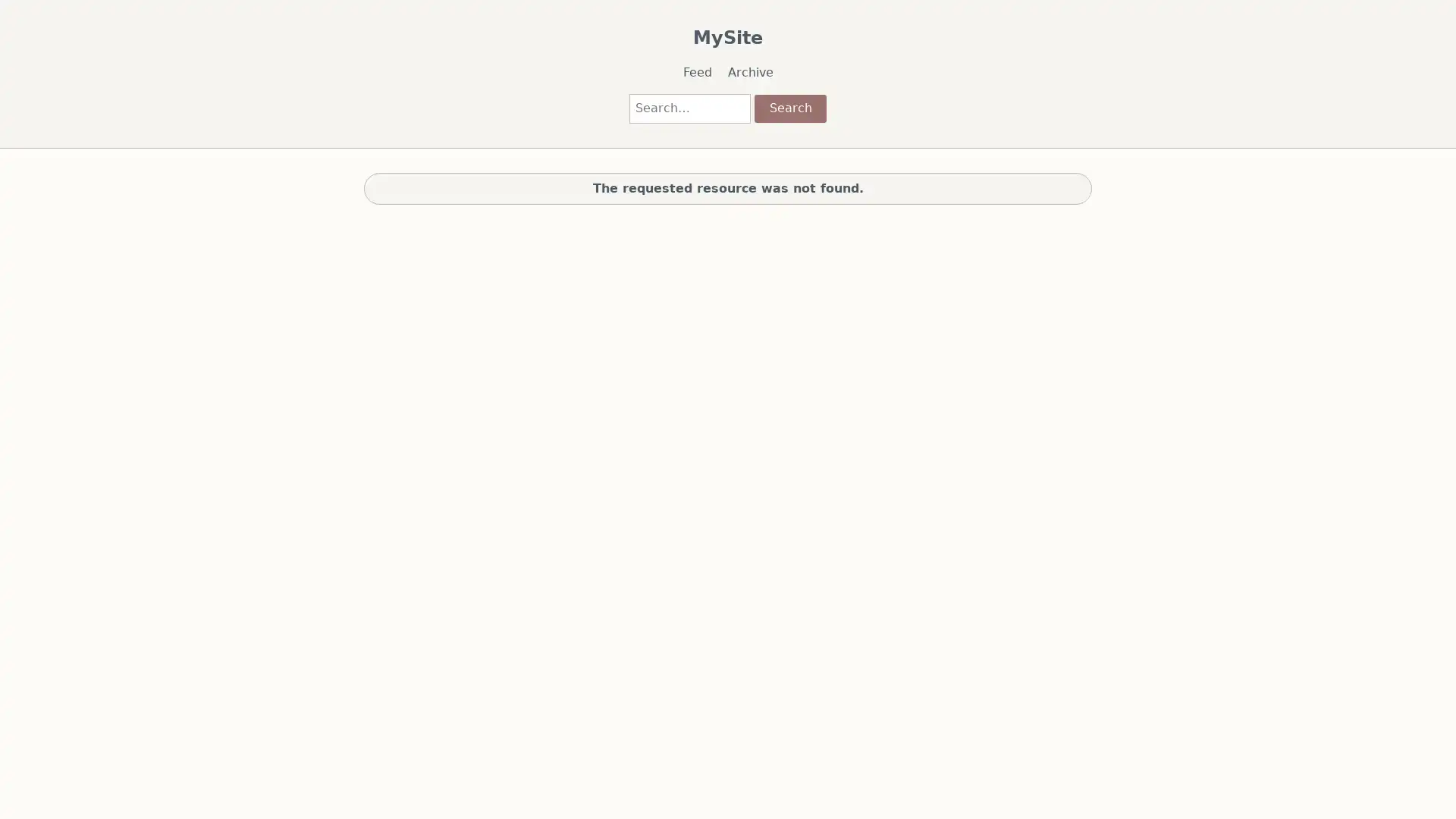  Describe the element at coordinates (789, 107) in the screenshot. I see `Search` at that location.